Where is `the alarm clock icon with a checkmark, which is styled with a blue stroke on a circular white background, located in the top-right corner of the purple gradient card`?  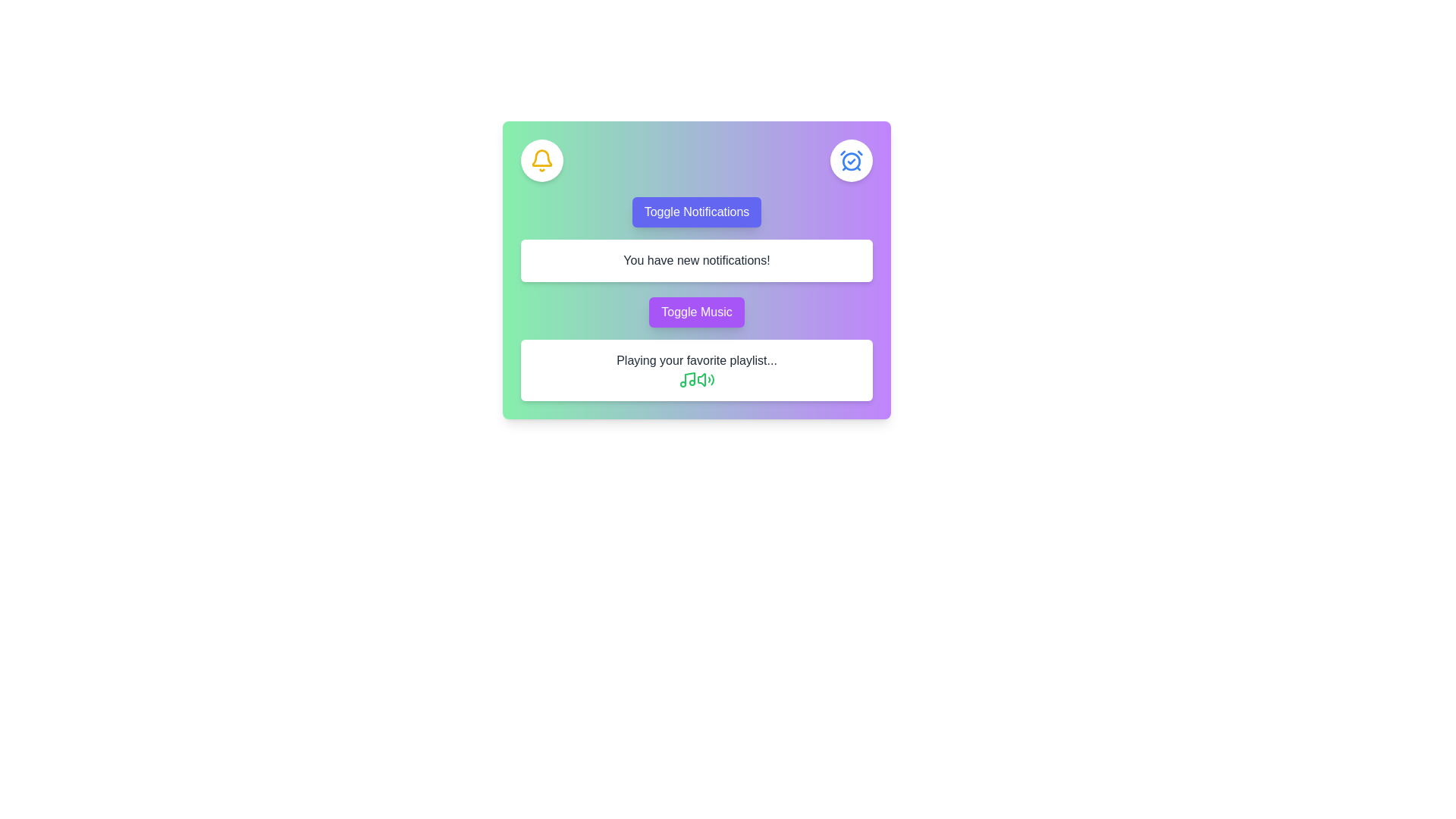 the alarm clock icon with a checkmark, which is styled with a blue stroke on a circular white background, located in the top-right corner of the purple gradient card is located at coordinates (852, 161).